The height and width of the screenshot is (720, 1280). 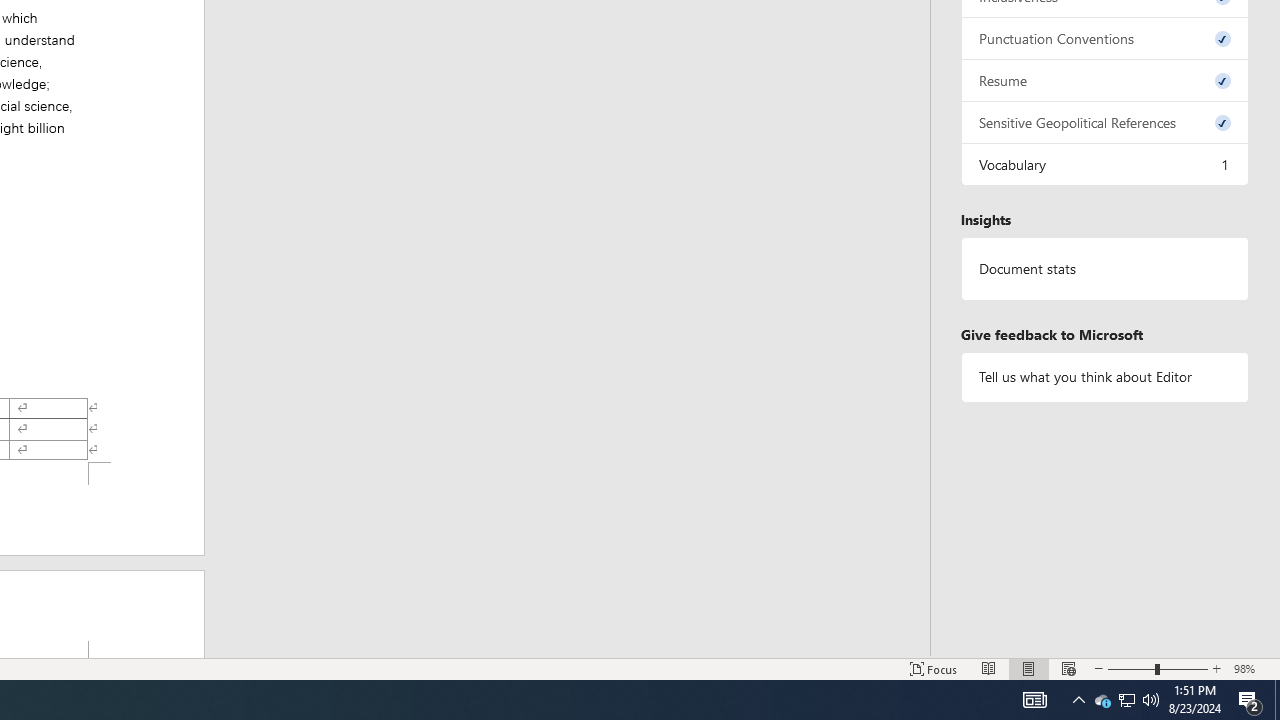 I want to click on 'Vocabulary, 1 issue. Press space or enter to review items.', so click(x=1104, y=163).